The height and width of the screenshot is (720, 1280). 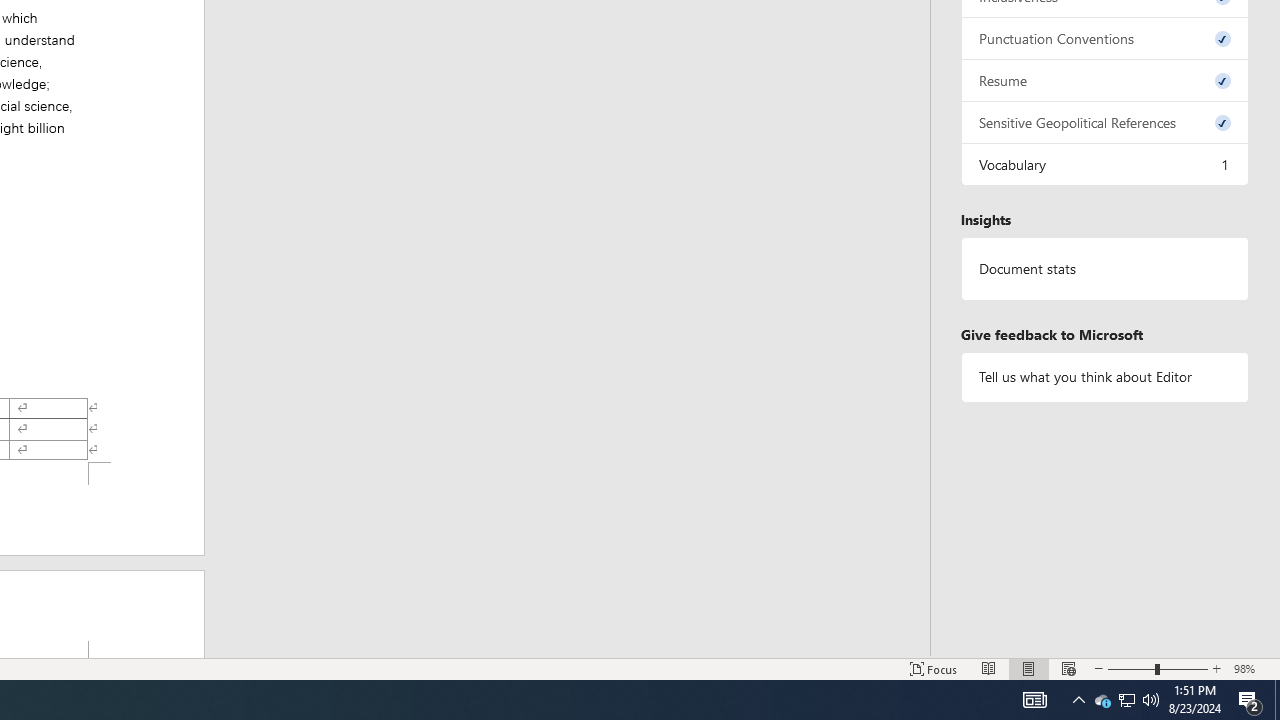 I want to click on 'Vocabulary, 1 issue. Press space or enter to review items.', so click(x=1104, y=163).